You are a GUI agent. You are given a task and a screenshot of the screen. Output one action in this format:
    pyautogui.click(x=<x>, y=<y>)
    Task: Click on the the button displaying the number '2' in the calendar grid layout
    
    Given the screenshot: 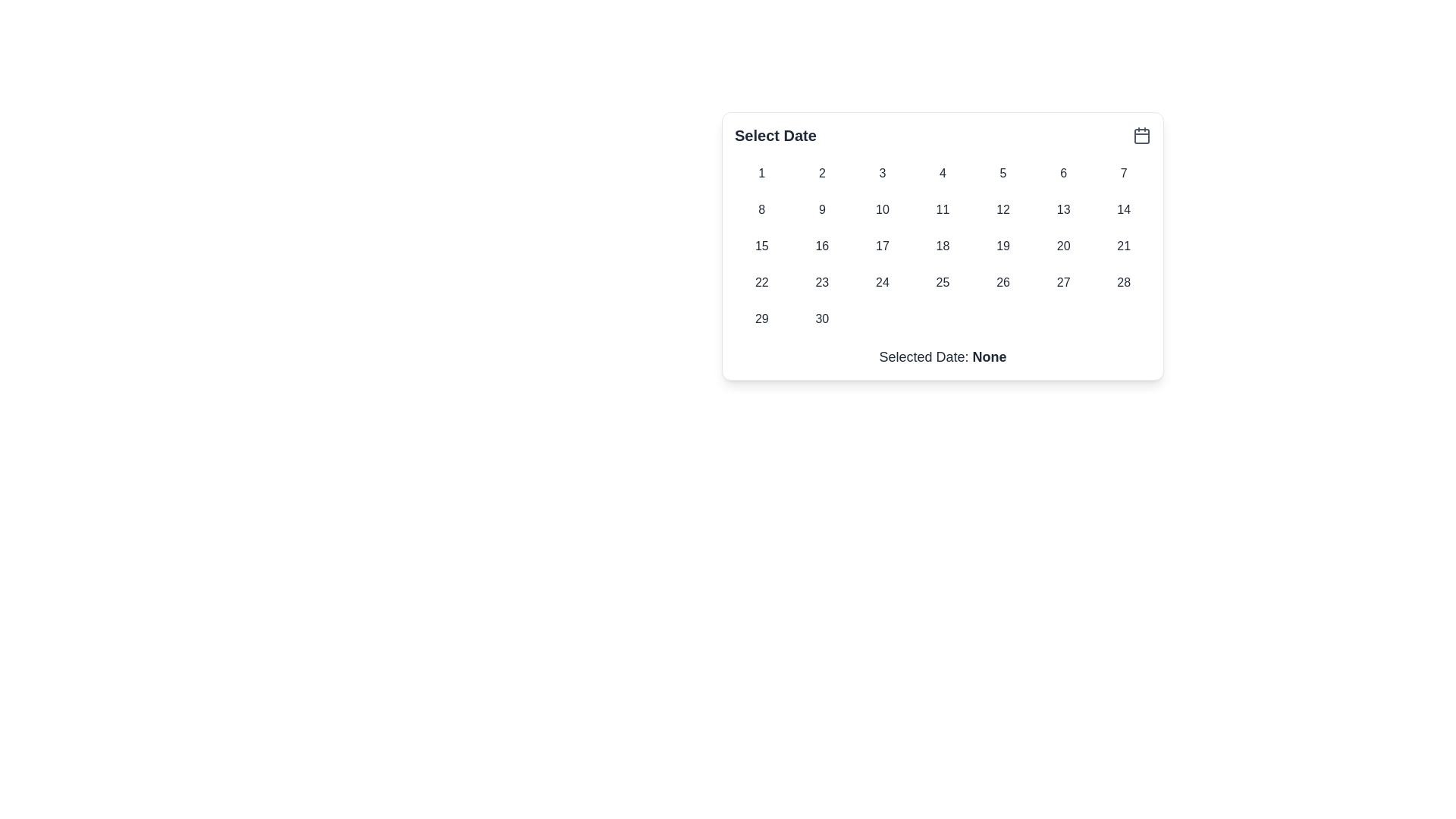 What is the action you would take?
    pyautogui.click(x=821, y=172)
    